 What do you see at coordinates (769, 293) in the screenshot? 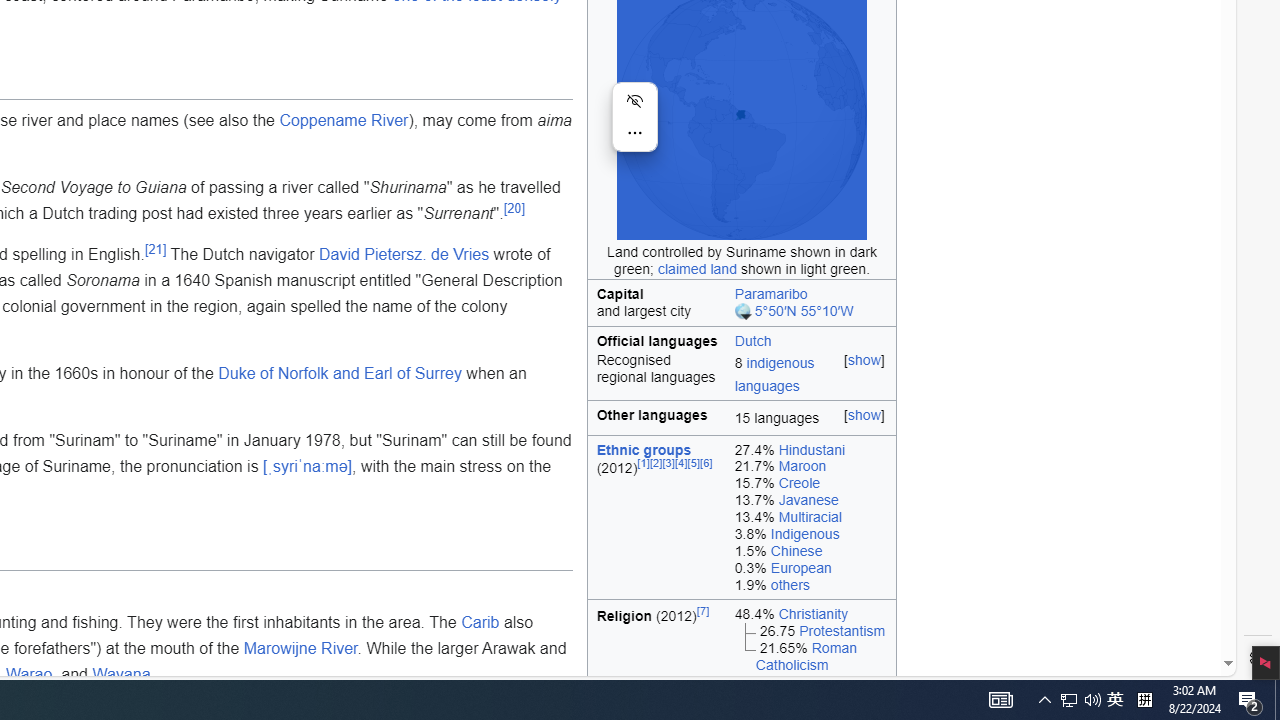
I see `'Paramaribo'` at bounding box center [769, 293].